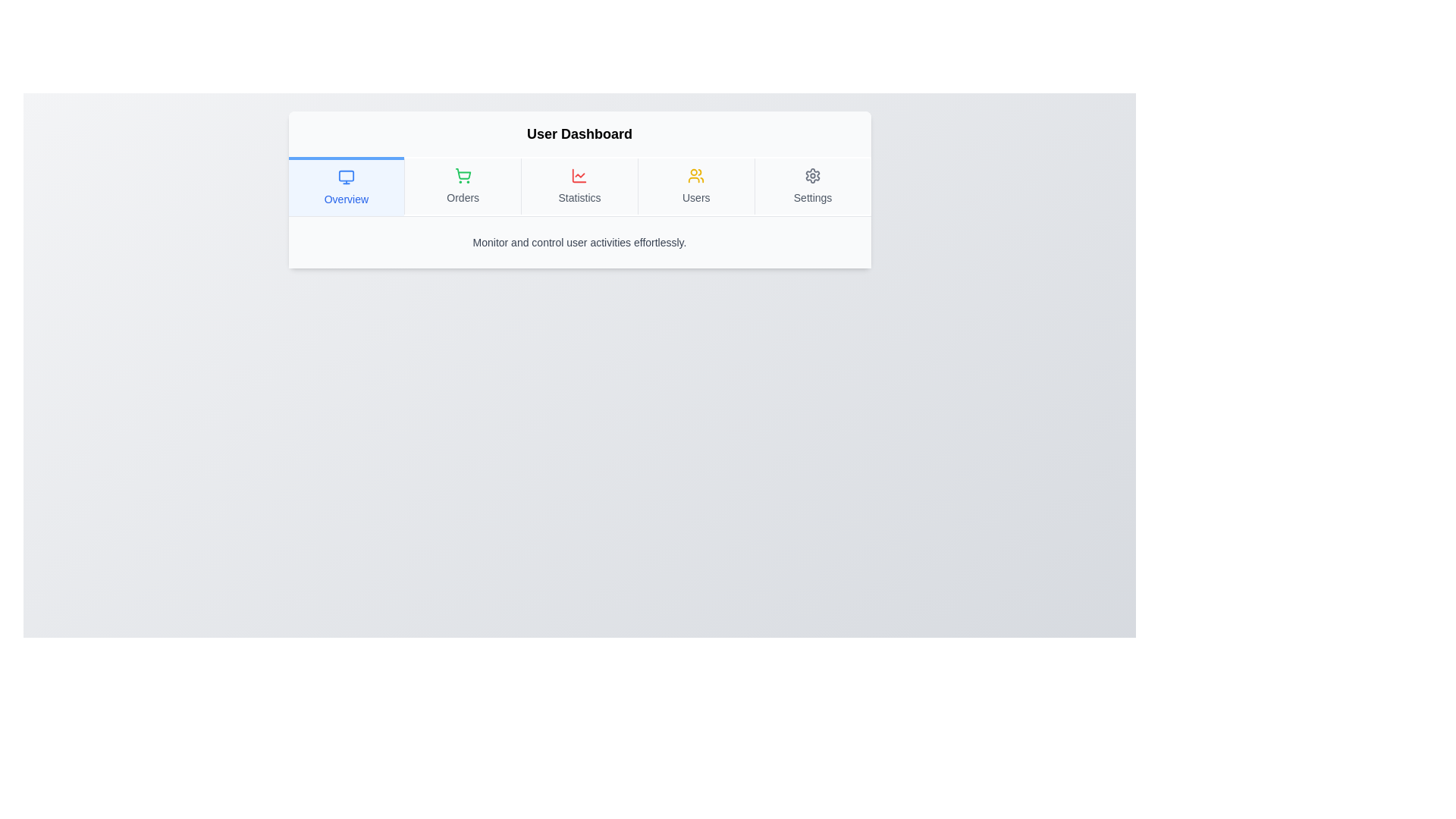 This screenshot has height=819, width=1456. What do you see at coordinates (345, 175) in the screenshot?
I see `the 'Overview' icon, which is a solid blue rounded rectangle in the navigation menu at the top-left corner of the UI panel` at bounding box center [345, 175].